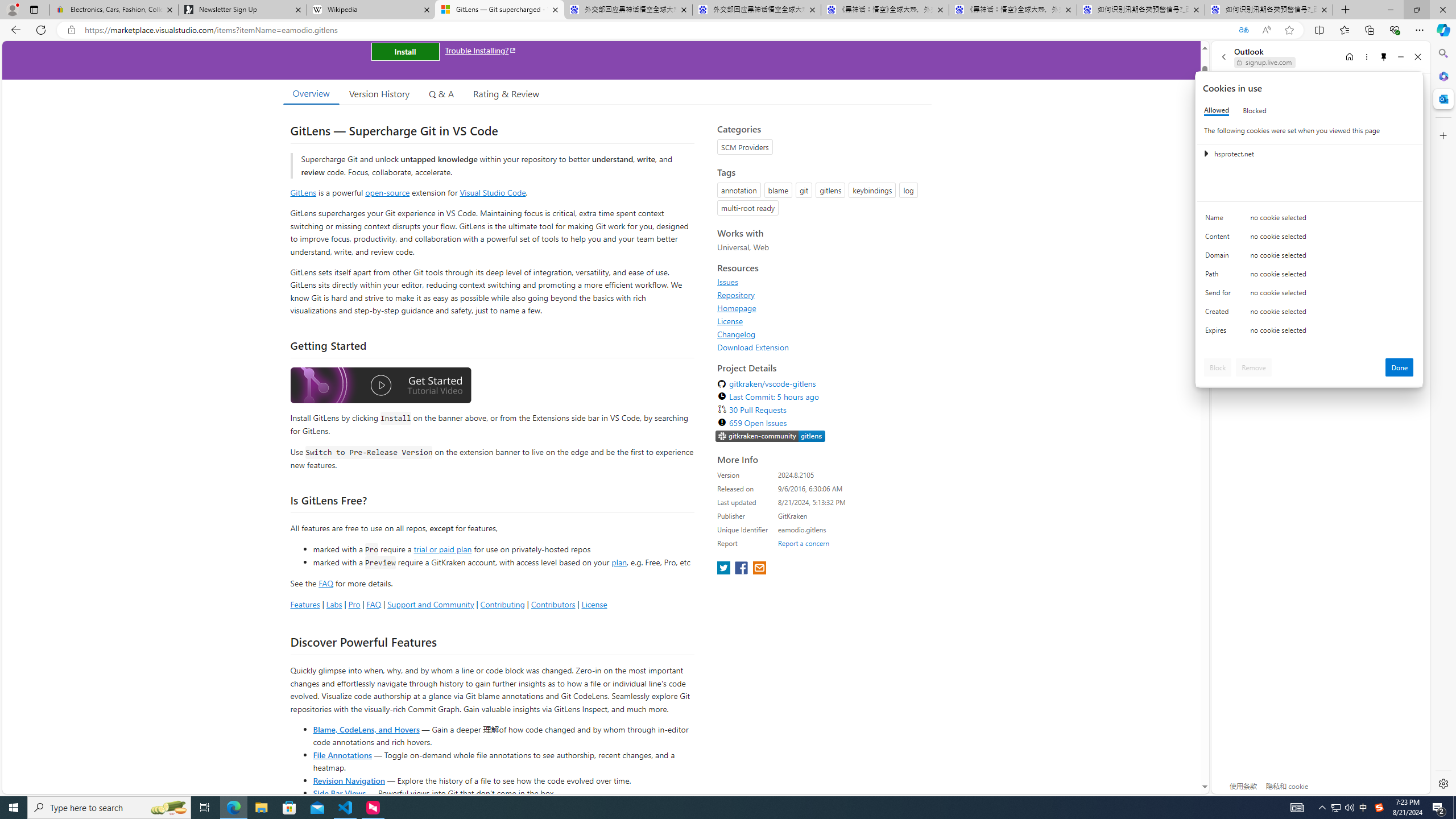  Describe the element at coordinates (1309, 333) in the screenshot. I see `'Class: c0153 c0157'` at that location.